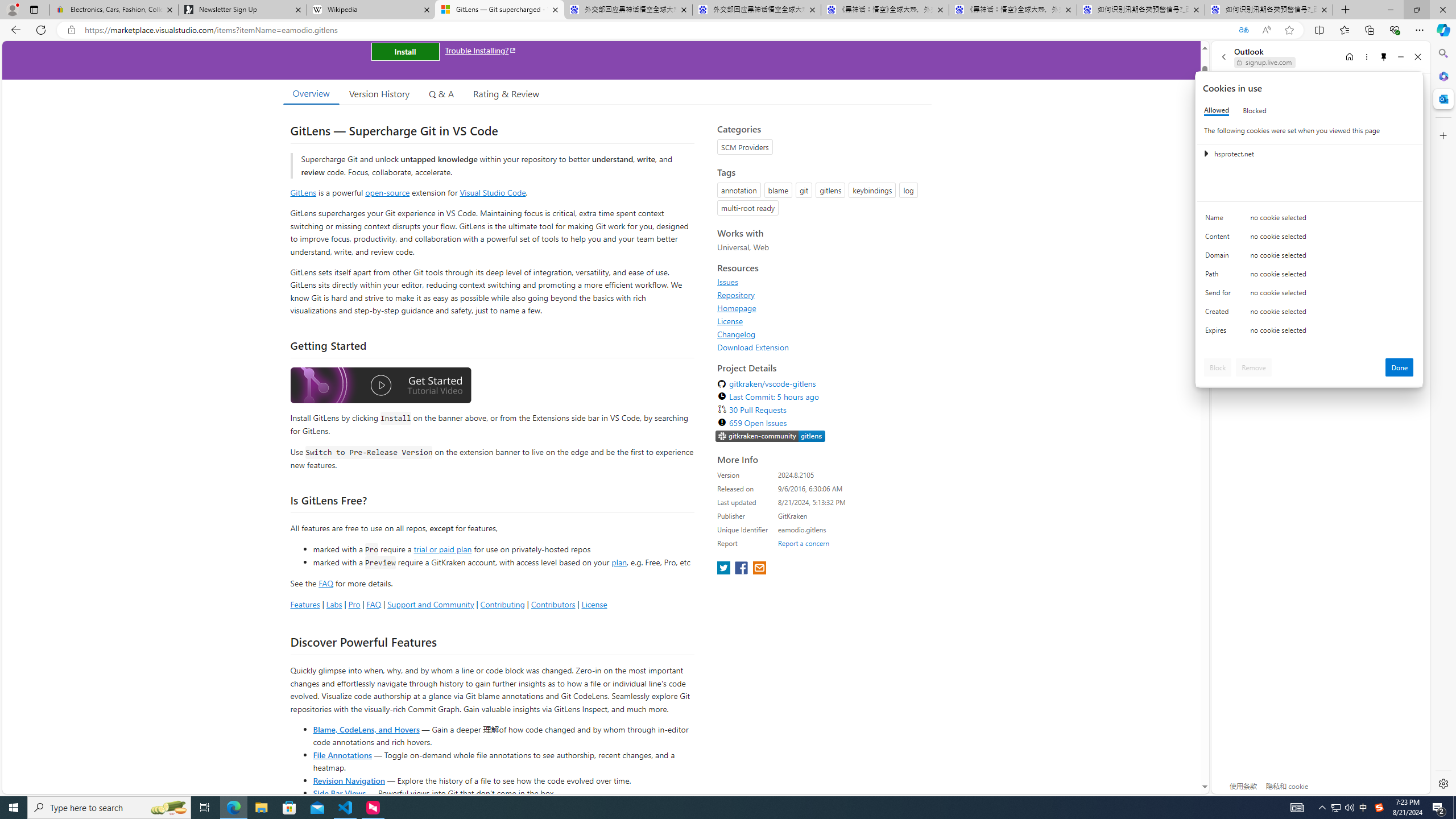  Describe the element at coordinates (1309, 333) in the screenshot. I see `'Class: c0153 c0157'` at that location.